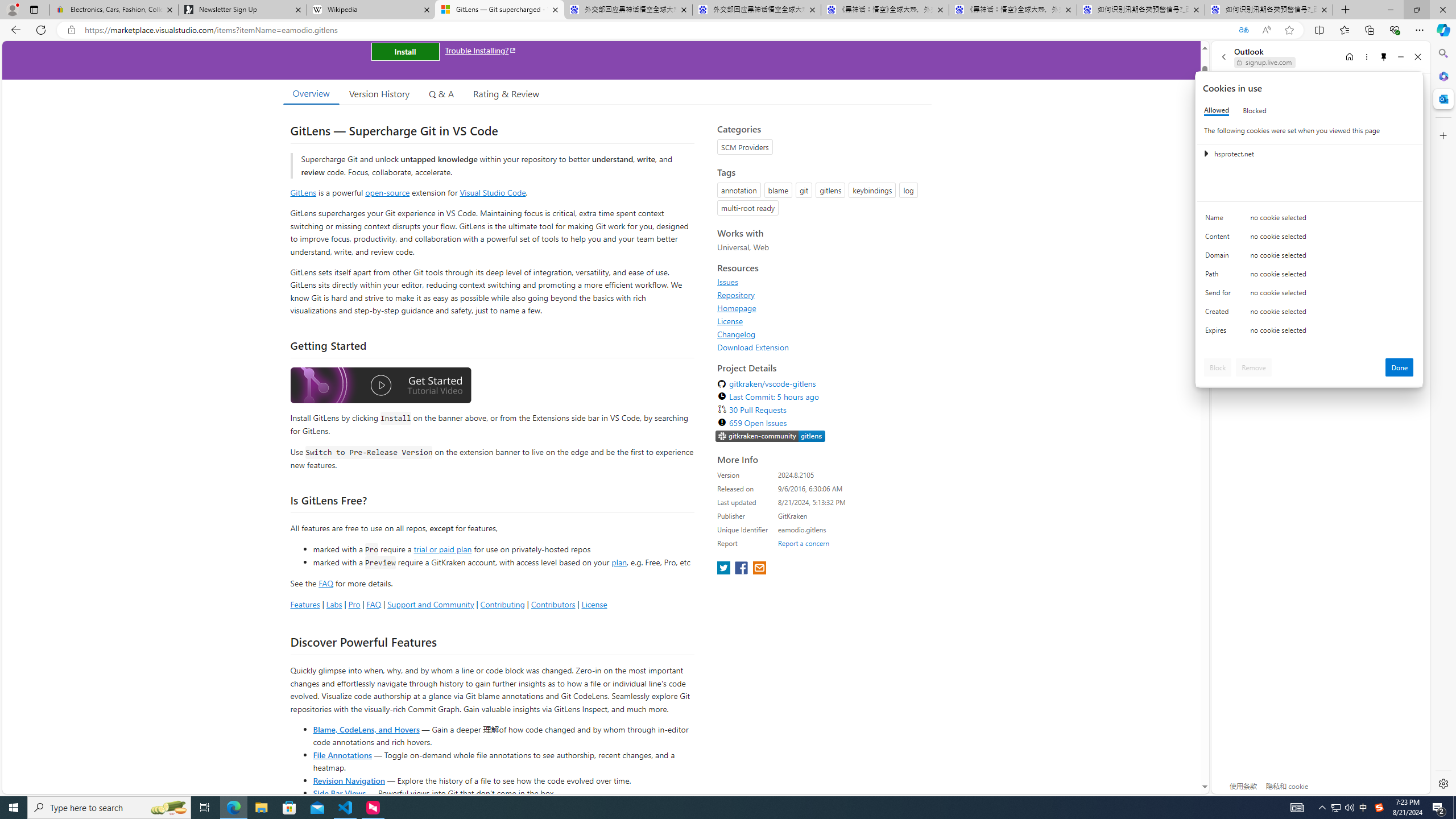  Describe the element at coordinates (1309, 333) in the screenshot. I see `'Class: c0153 c0157'` at that location.